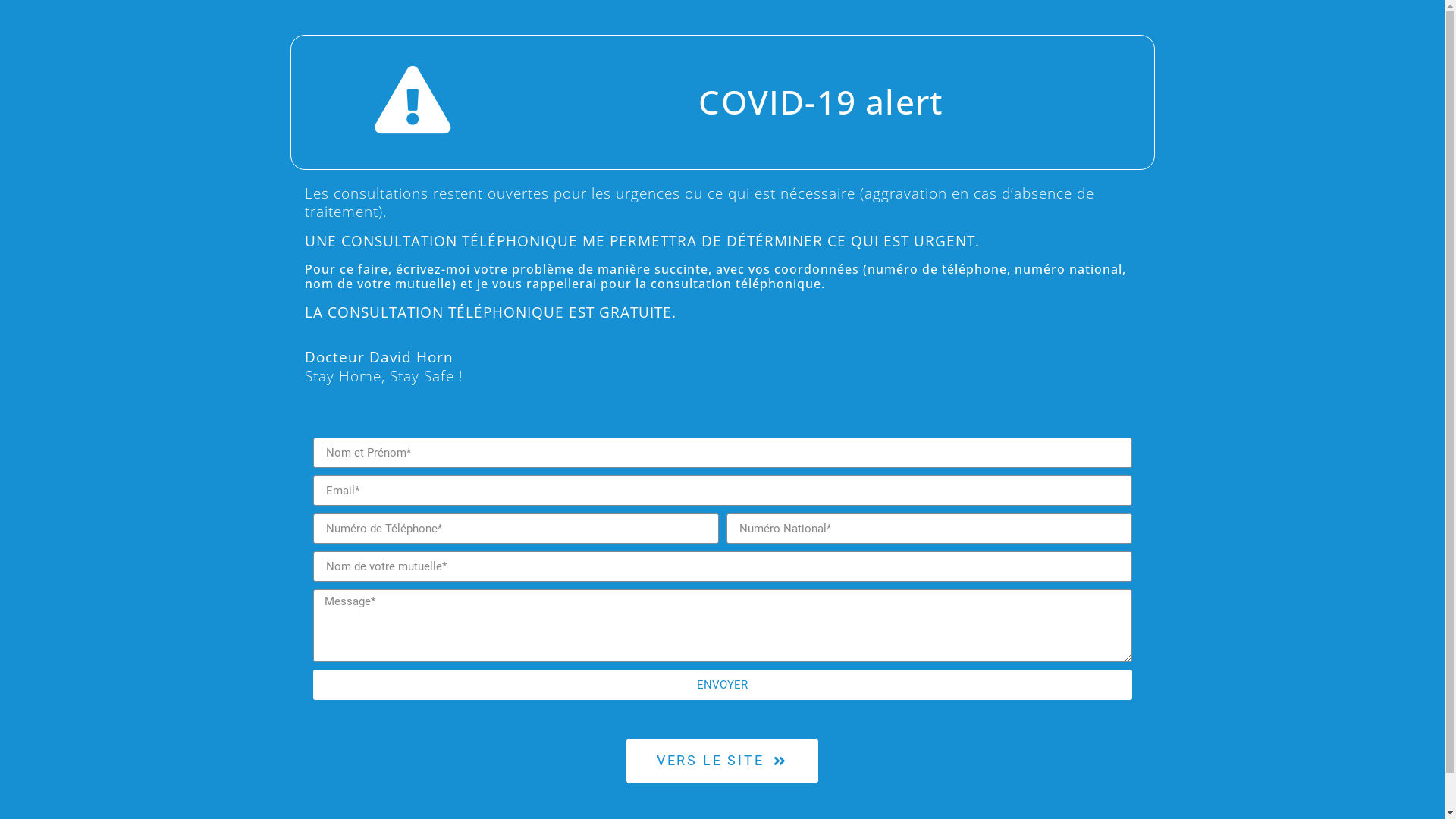 This screenshot has width=1456, height=819. Describe the element at coordinates (721, 761) in the screenshot. I see `'VERS LE SITE'` at that location.